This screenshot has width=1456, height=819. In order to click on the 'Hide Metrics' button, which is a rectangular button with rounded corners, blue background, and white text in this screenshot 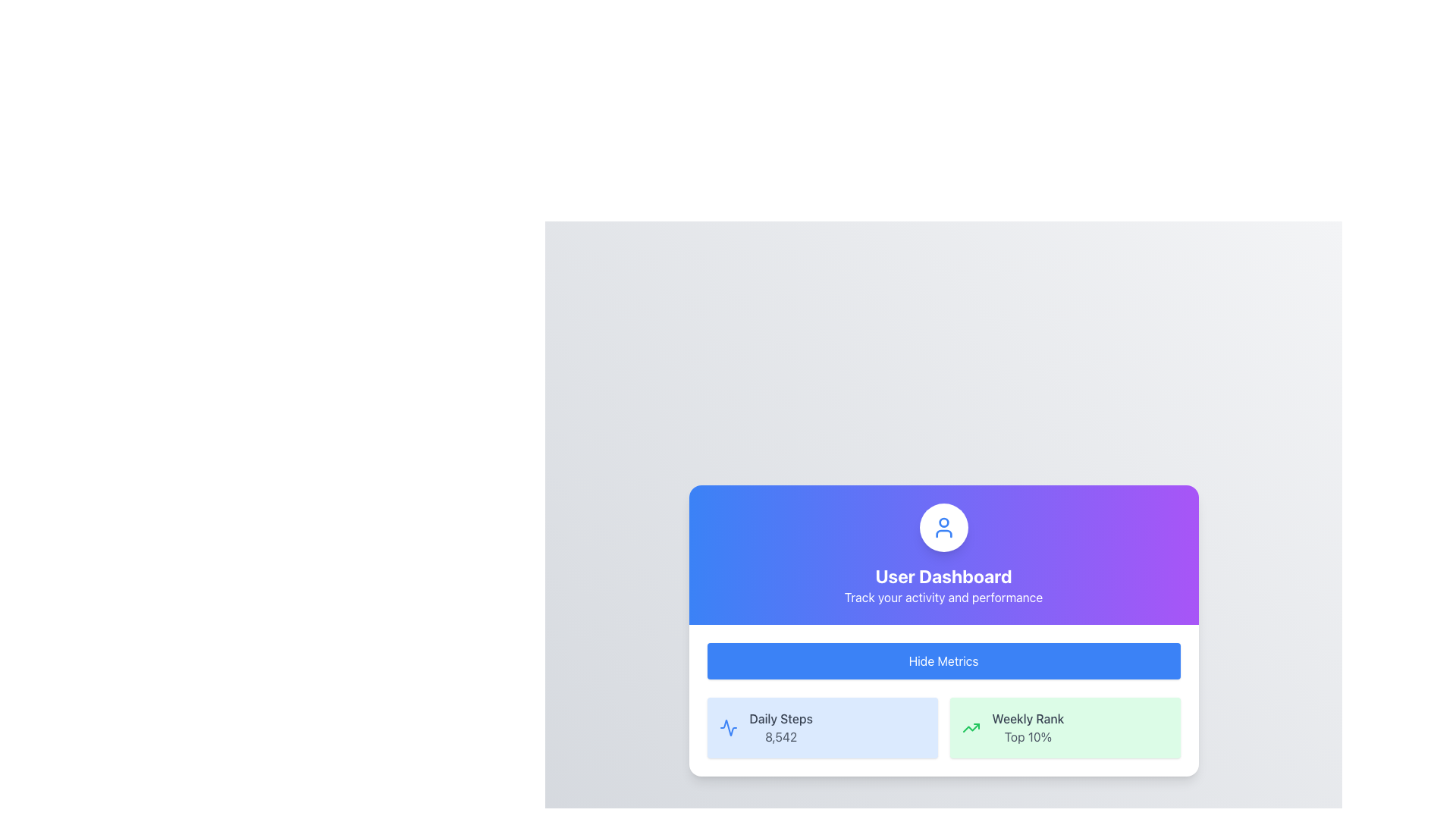, I will do `click(943, 660)`.